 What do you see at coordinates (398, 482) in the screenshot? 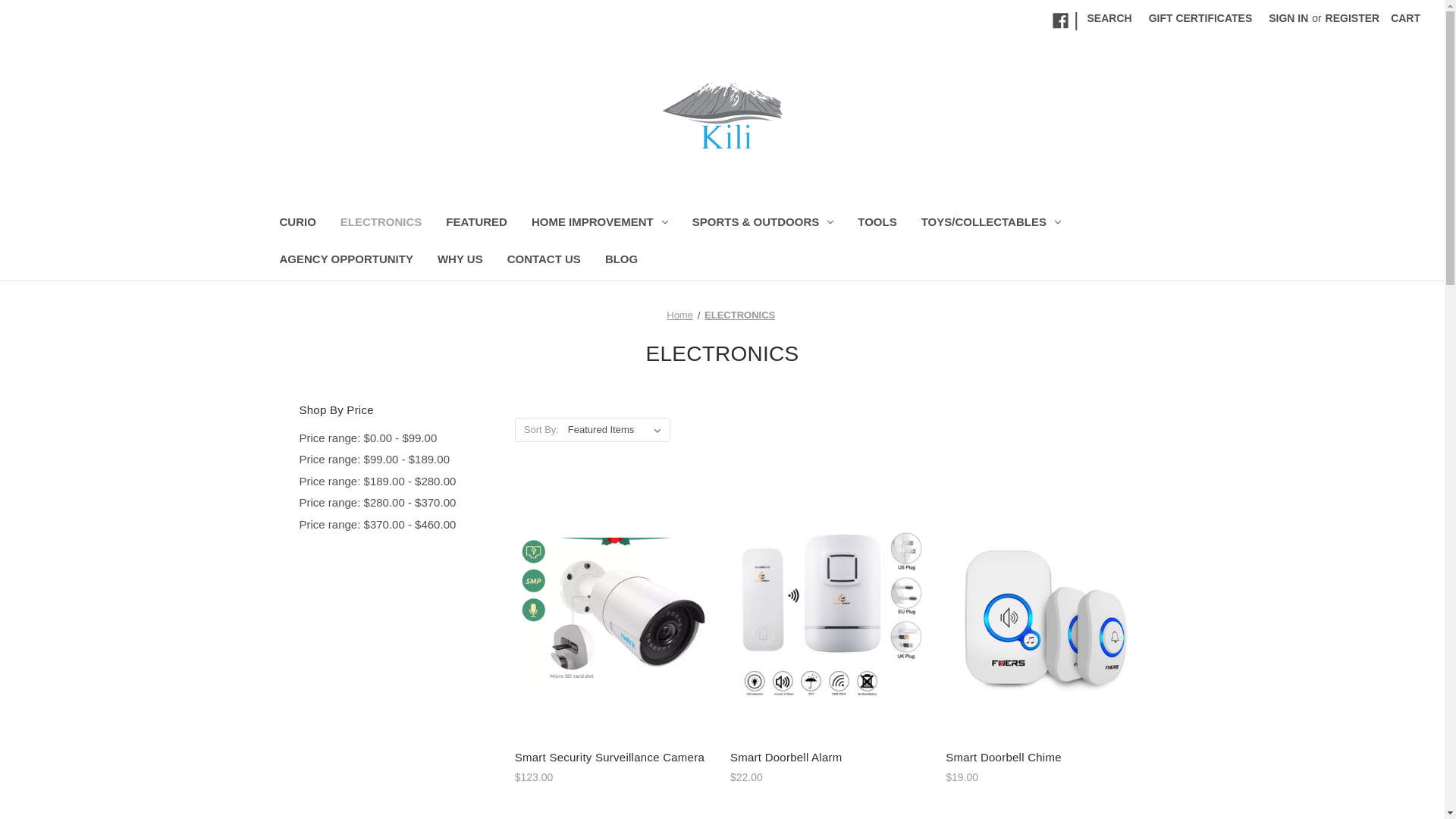
I see `'Price range: $189.00 - $280.00'` at bounding box center [398, 482].